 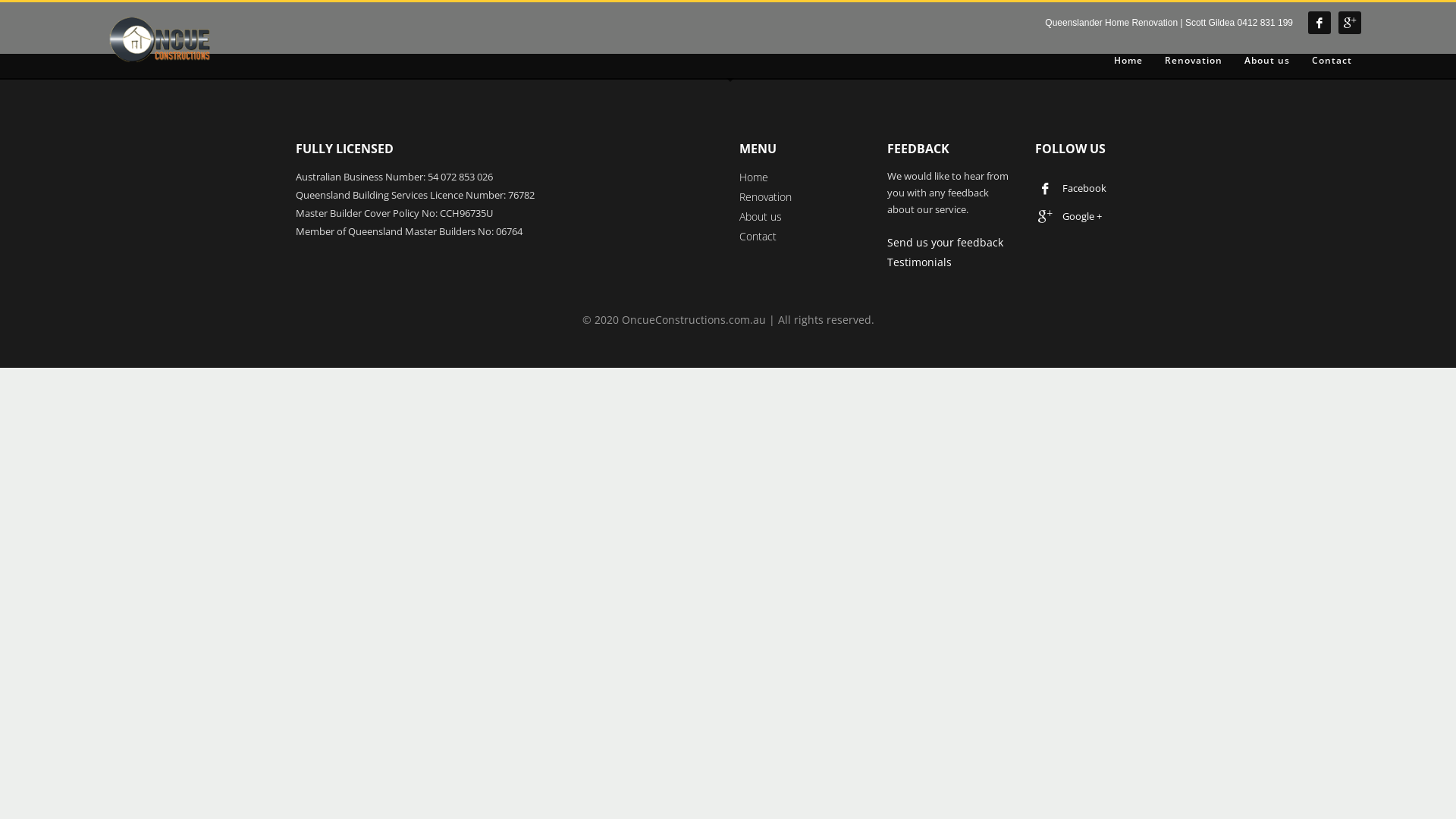 I want to click on 'Send us your feedback', so click(x=944, y=241).